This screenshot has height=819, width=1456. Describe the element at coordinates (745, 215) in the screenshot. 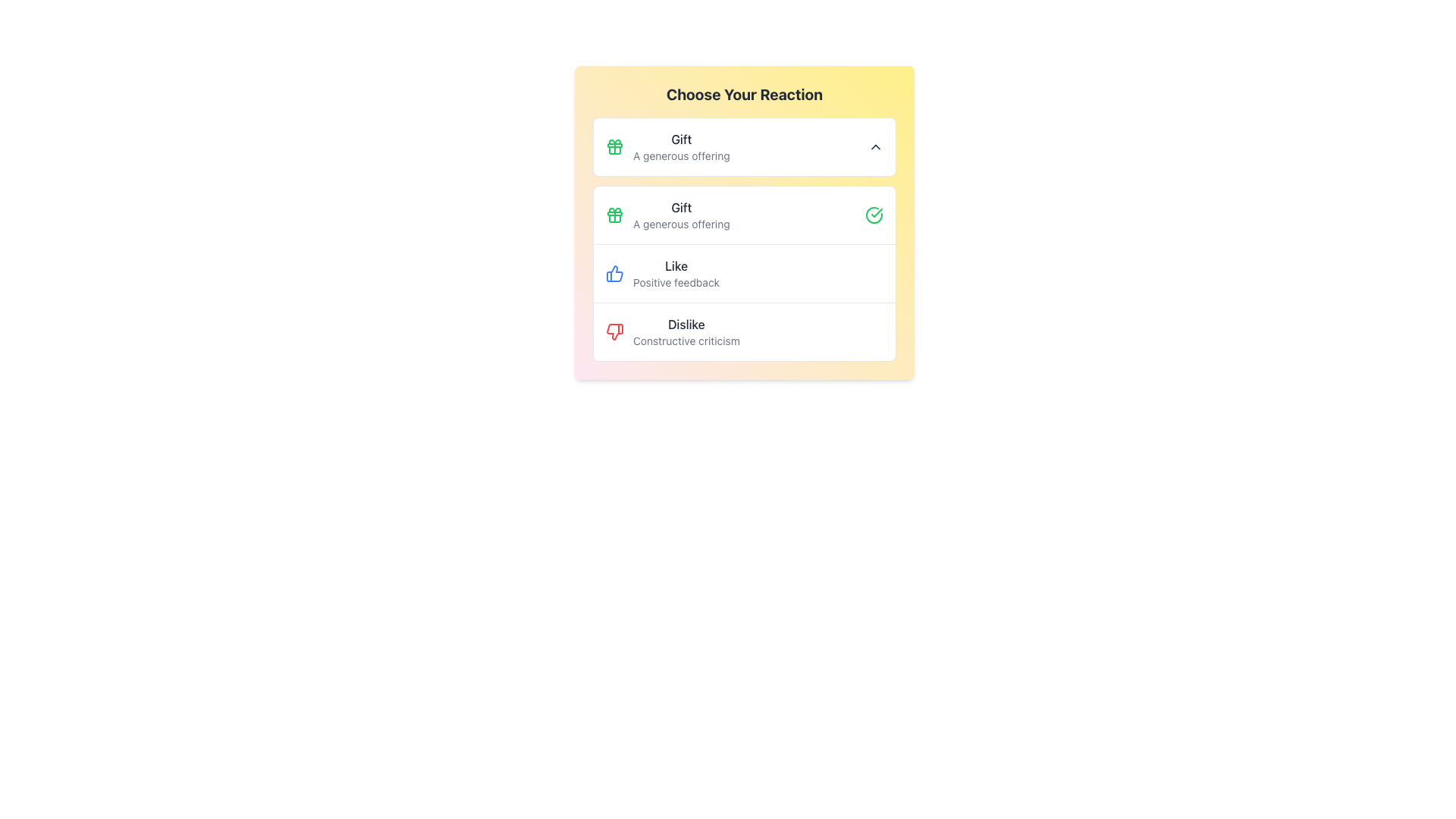

I see `the selectable list item titled 'Gift'` at that location.